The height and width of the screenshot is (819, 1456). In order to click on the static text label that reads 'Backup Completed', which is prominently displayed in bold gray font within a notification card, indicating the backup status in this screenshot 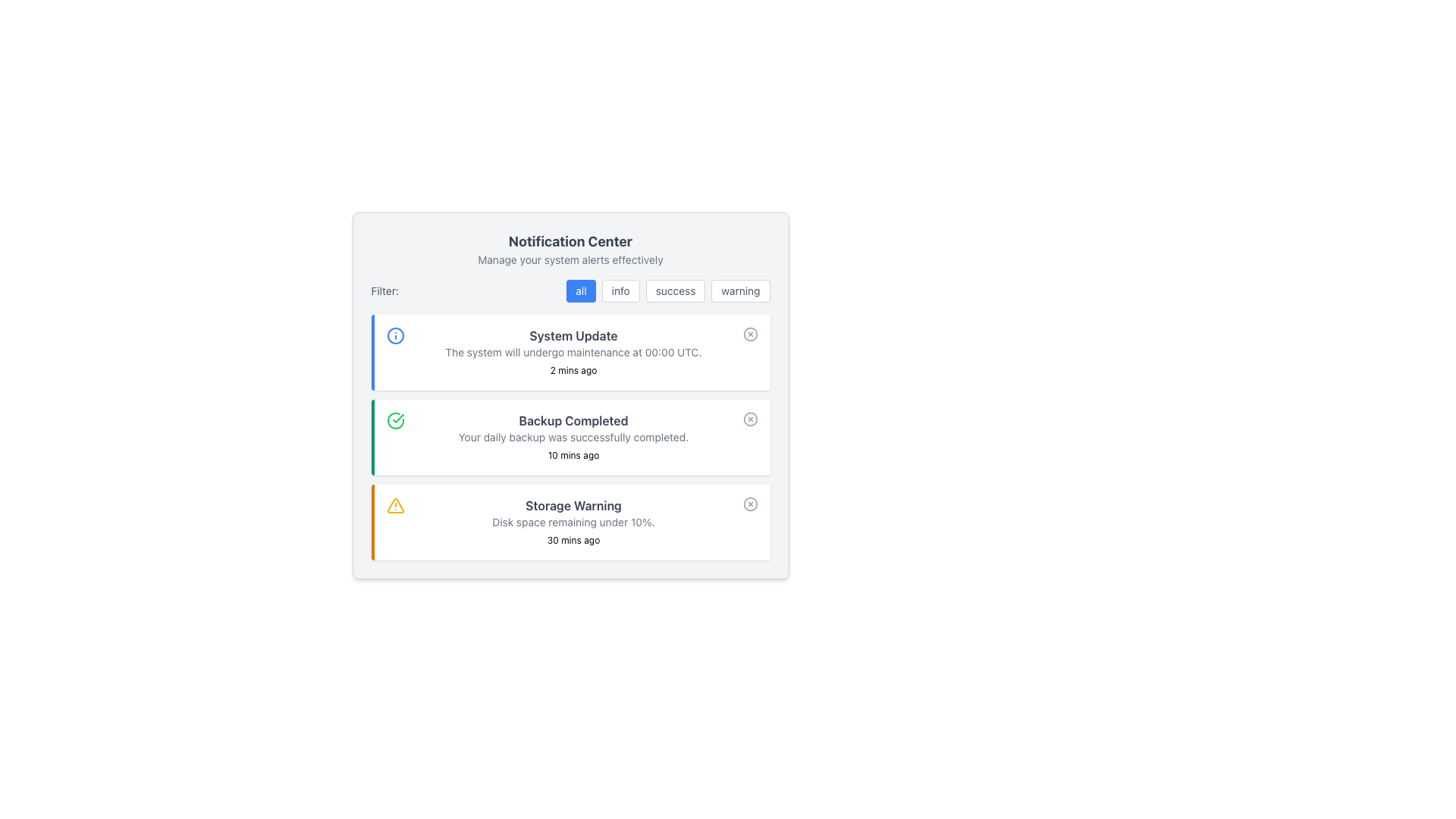, I will do `click(573, 421)`.